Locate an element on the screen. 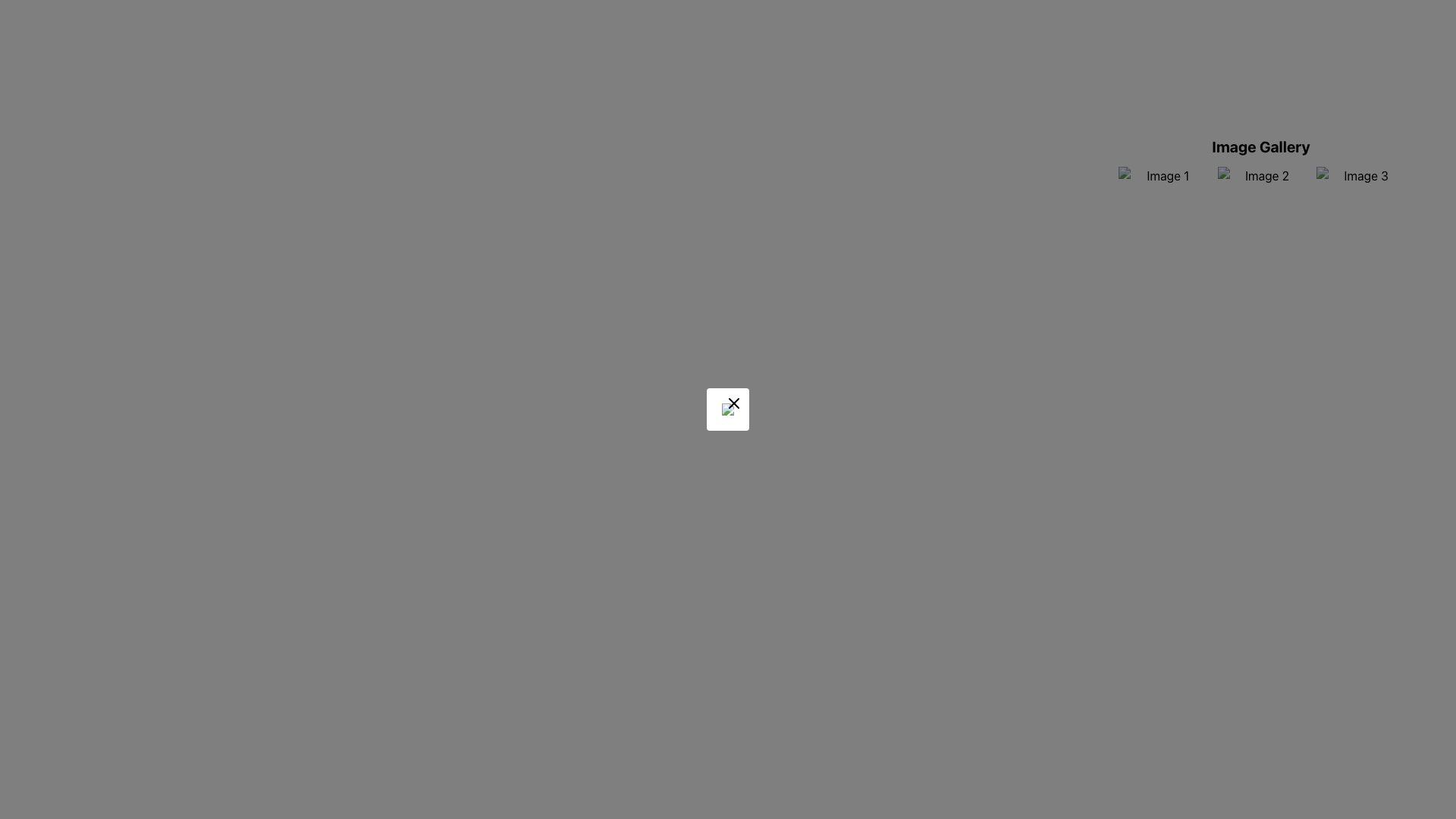 This screenshot has width=1456, height=819. the close button located at the top-right corner of the white modal is located at coordinates (734, 403).